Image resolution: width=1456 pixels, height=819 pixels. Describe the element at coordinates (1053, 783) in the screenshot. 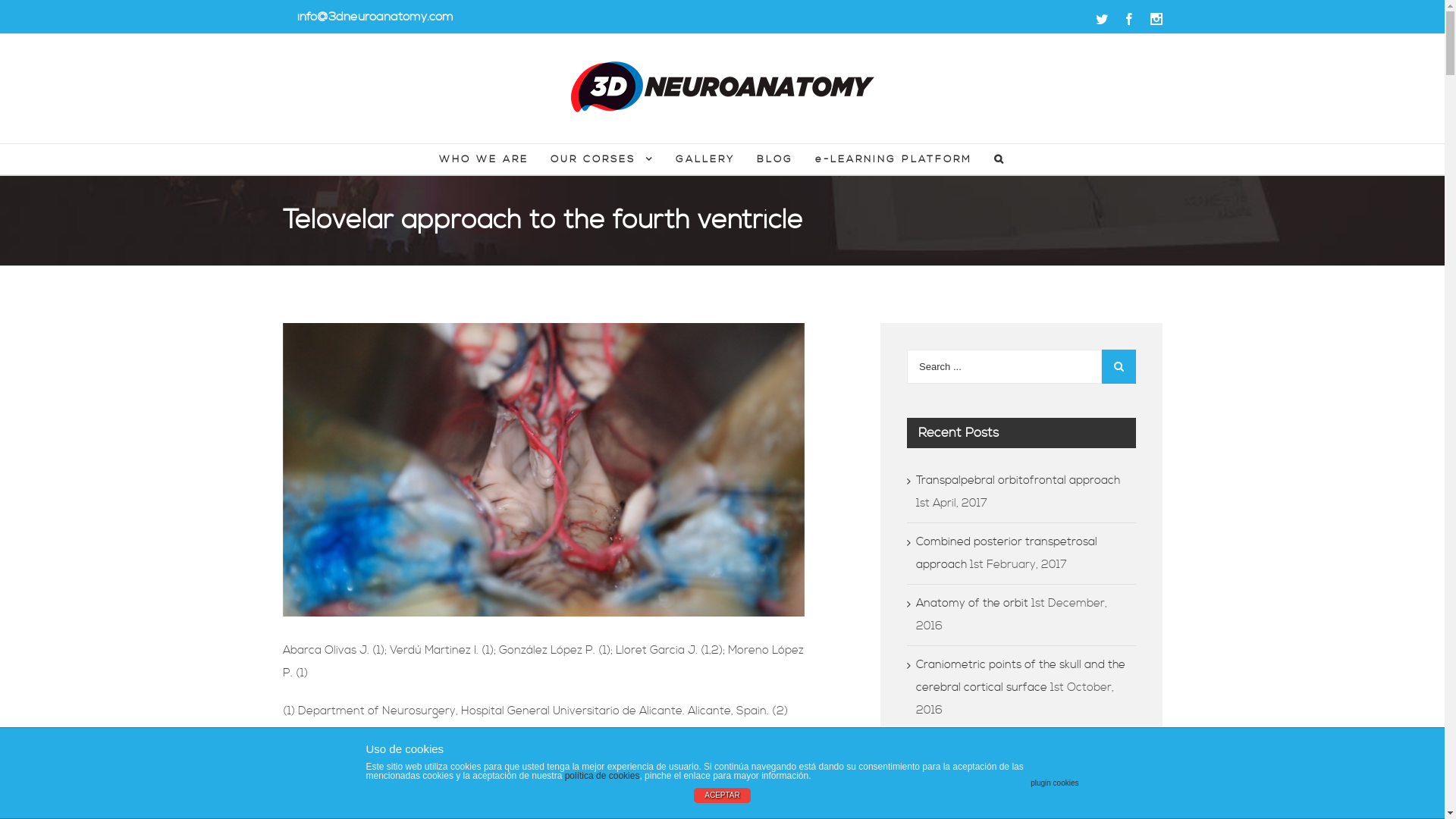

I see `'plugin cookies'` at that location.